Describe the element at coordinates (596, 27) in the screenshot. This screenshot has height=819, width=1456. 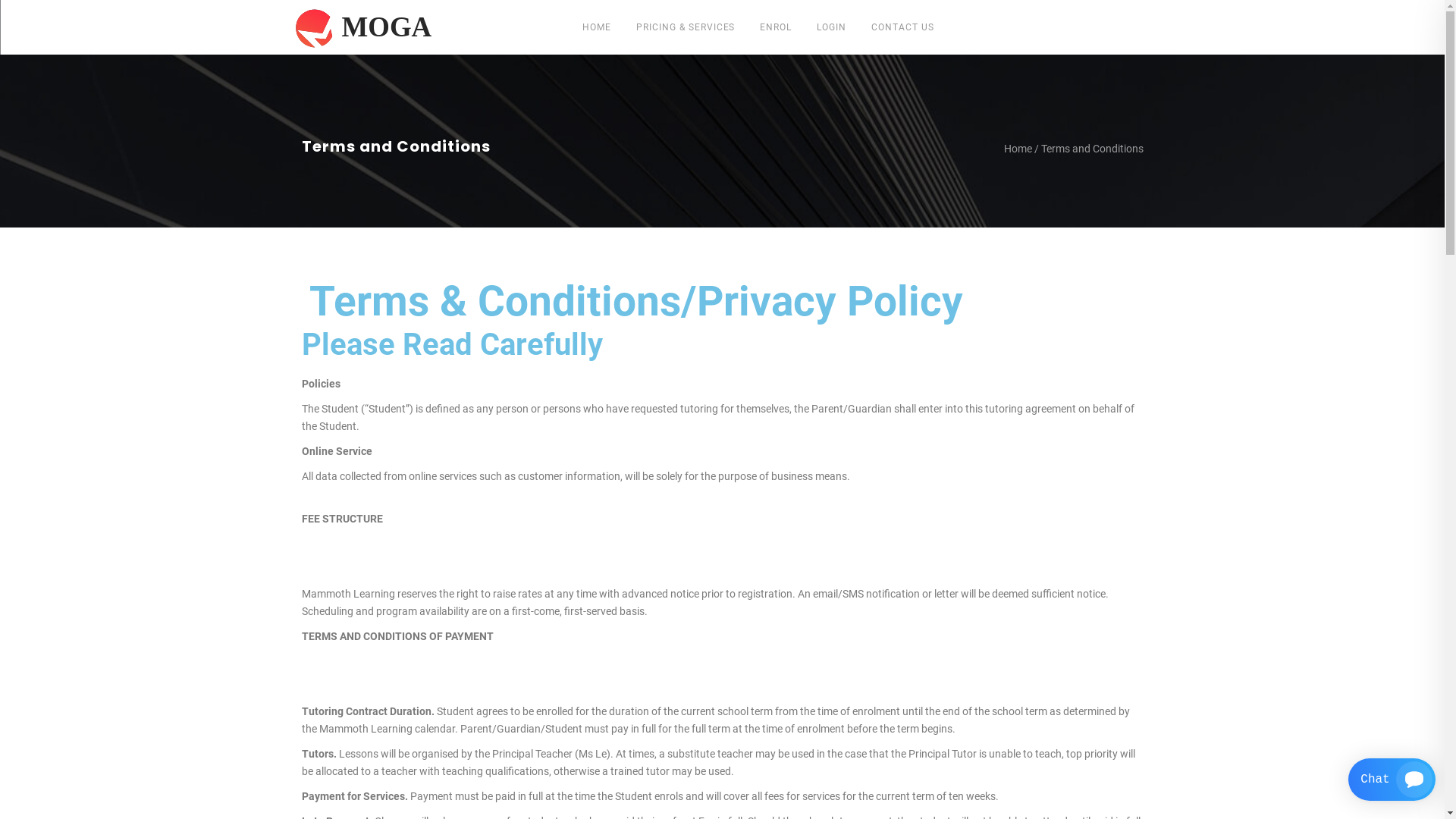
I see `'HOME'` at that location.